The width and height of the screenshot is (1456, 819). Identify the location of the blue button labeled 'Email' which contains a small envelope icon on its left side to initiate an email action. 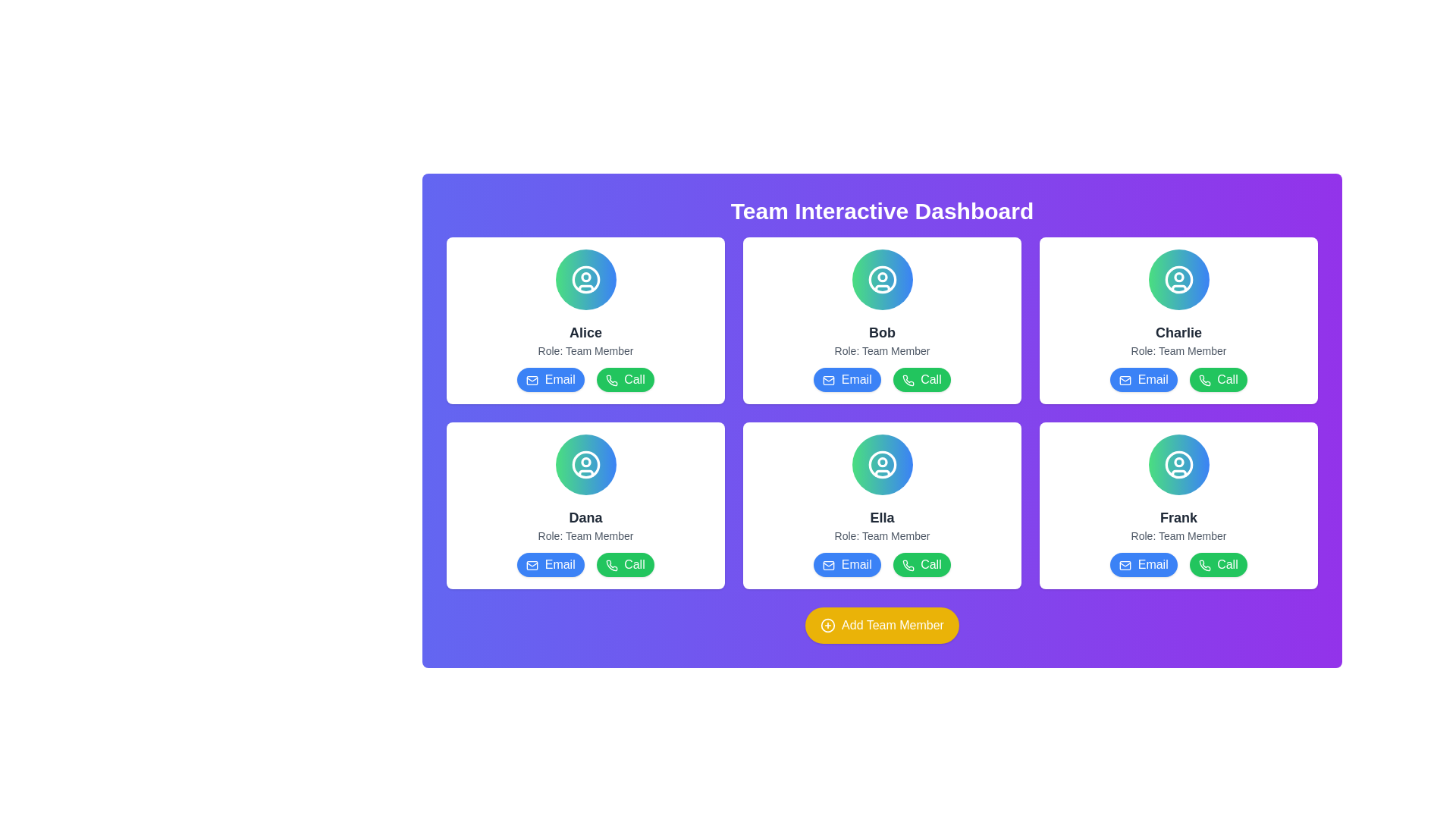
(532, 565).